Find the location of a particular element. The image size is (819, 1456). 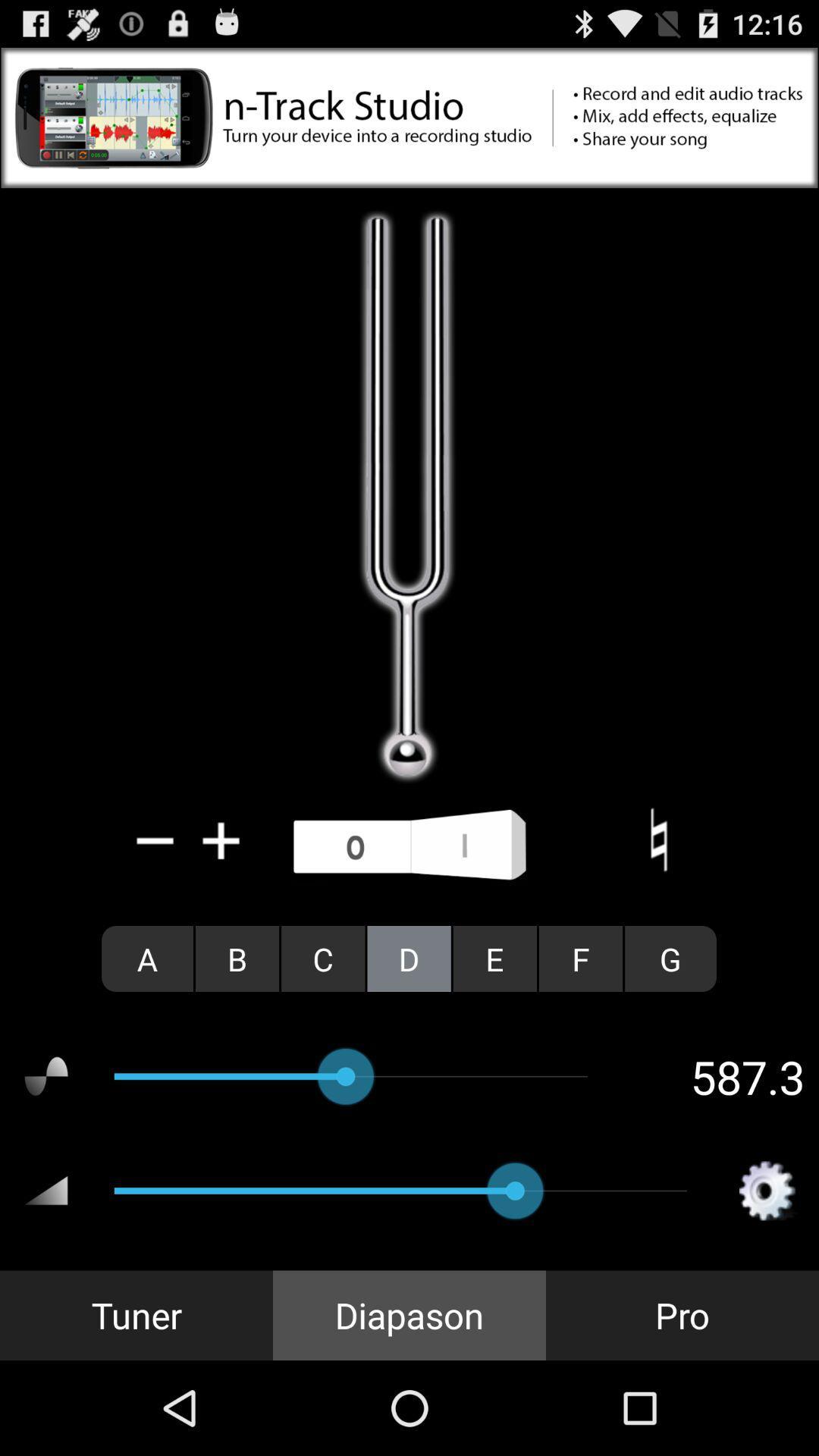

app in store is located at coordinates (409, 117).